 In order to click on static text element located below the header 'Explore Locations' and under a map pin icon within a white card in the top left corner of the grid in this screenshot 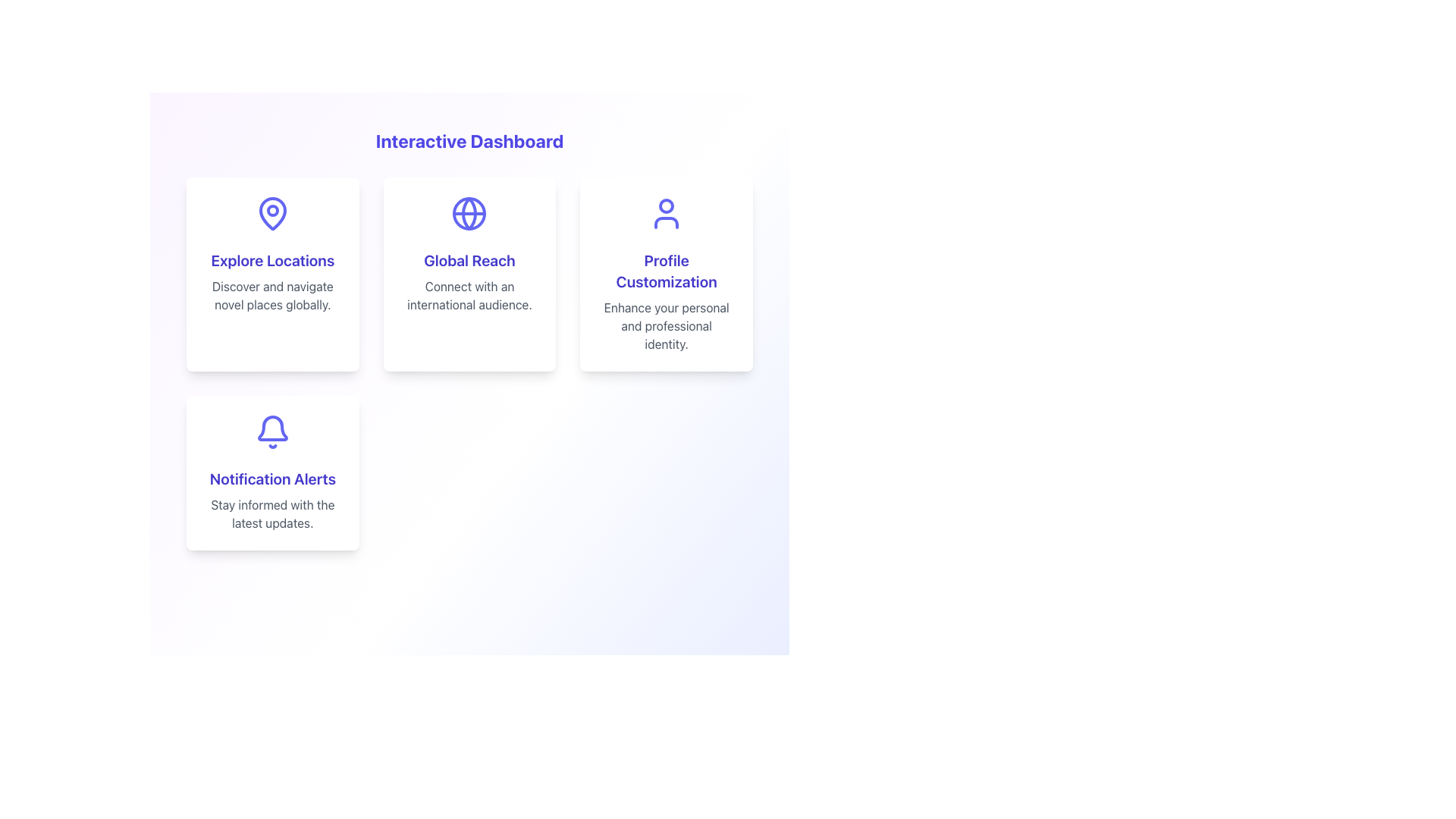, I will do `click(272, 295)`.